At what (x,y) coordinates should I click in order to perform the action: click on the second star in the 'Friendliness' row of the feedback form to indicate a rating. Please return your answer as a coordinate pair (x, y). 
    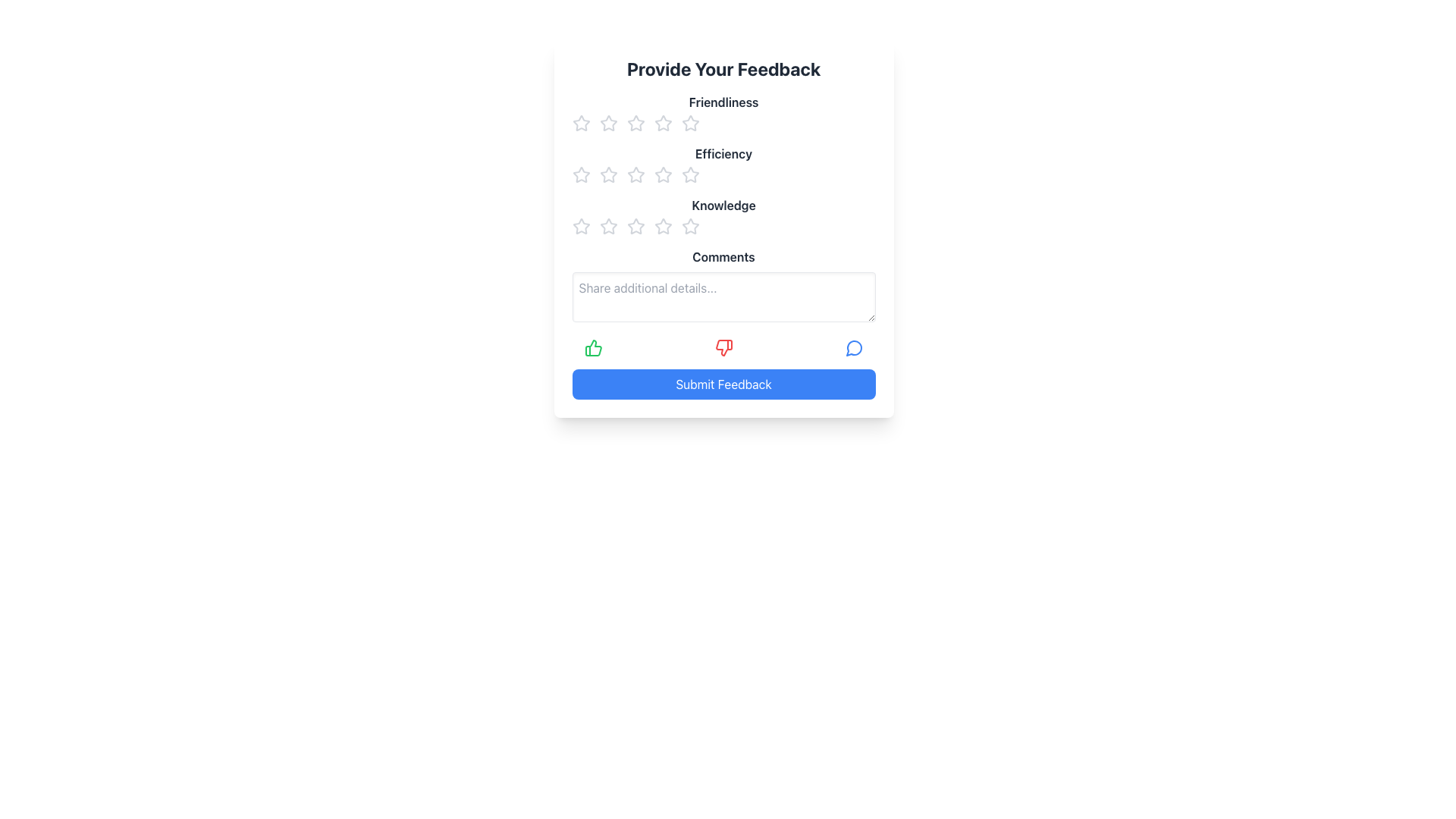
    Looking at the image, I should click on (608, 122).